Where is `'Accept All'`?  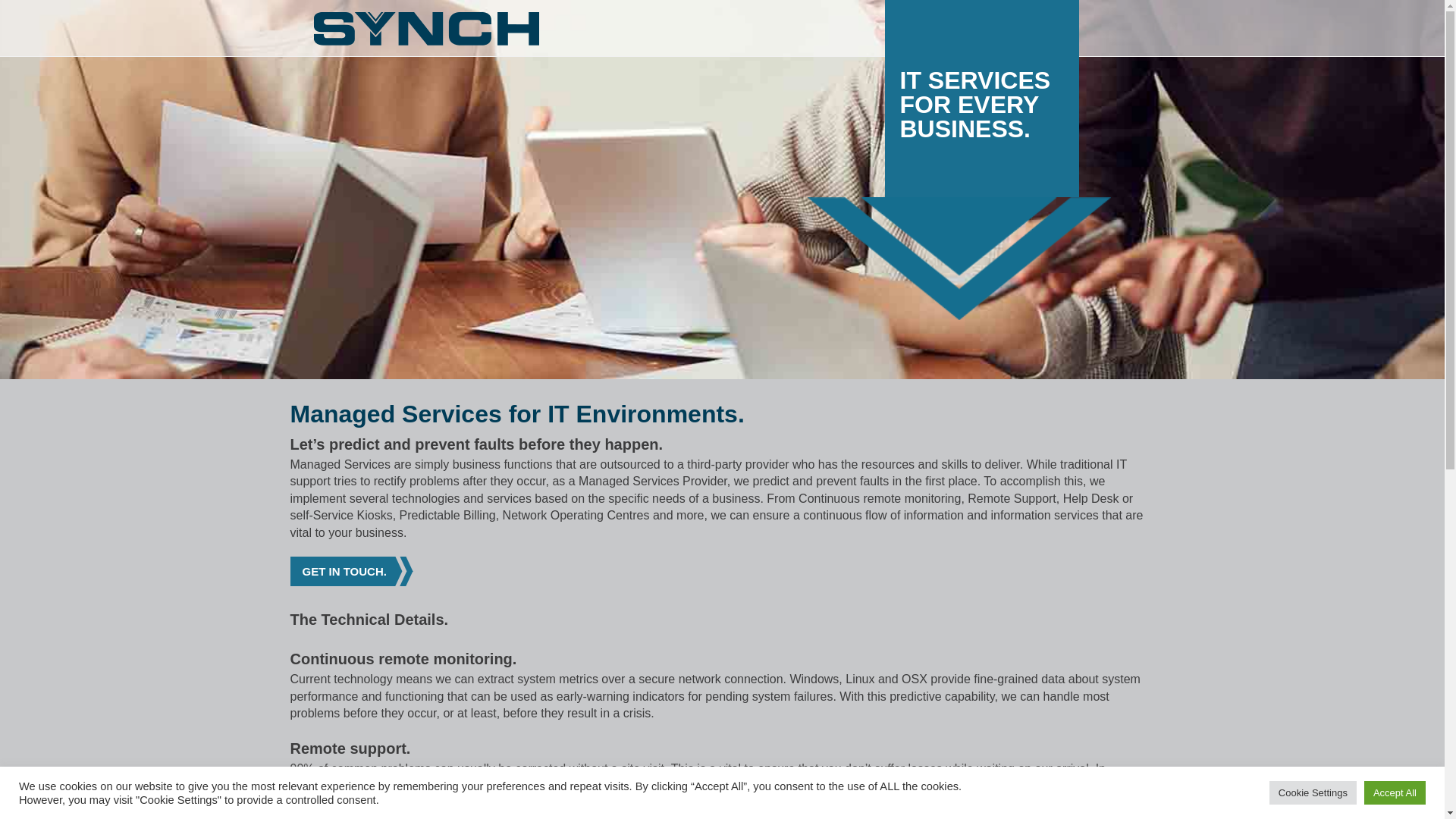
'Accept All' is located at coordinates (1395, 792).